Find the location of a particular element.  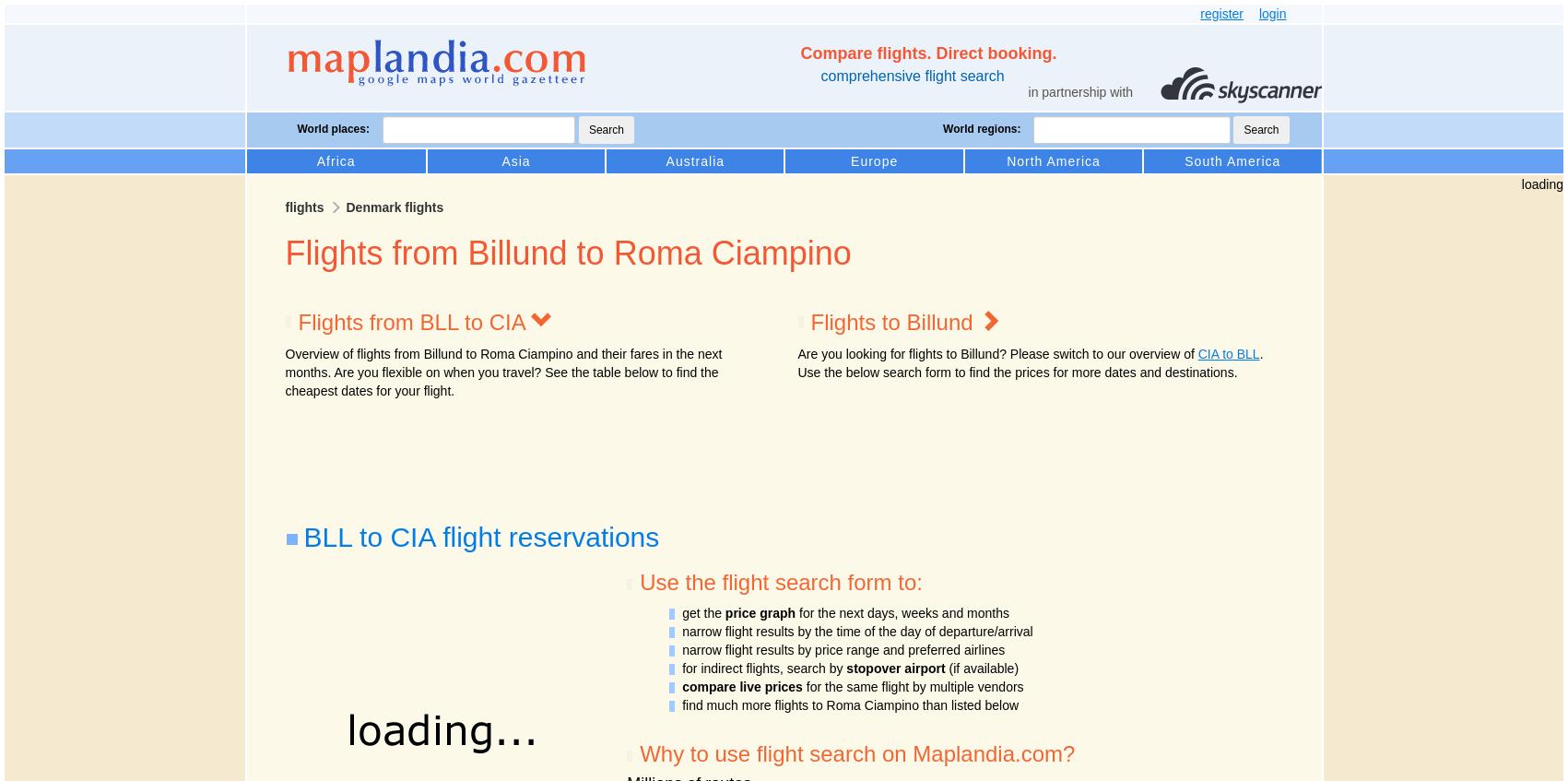

'Are you looking for flights to Billund? Please switch to our overview of' is located at coordinates (997, 352).